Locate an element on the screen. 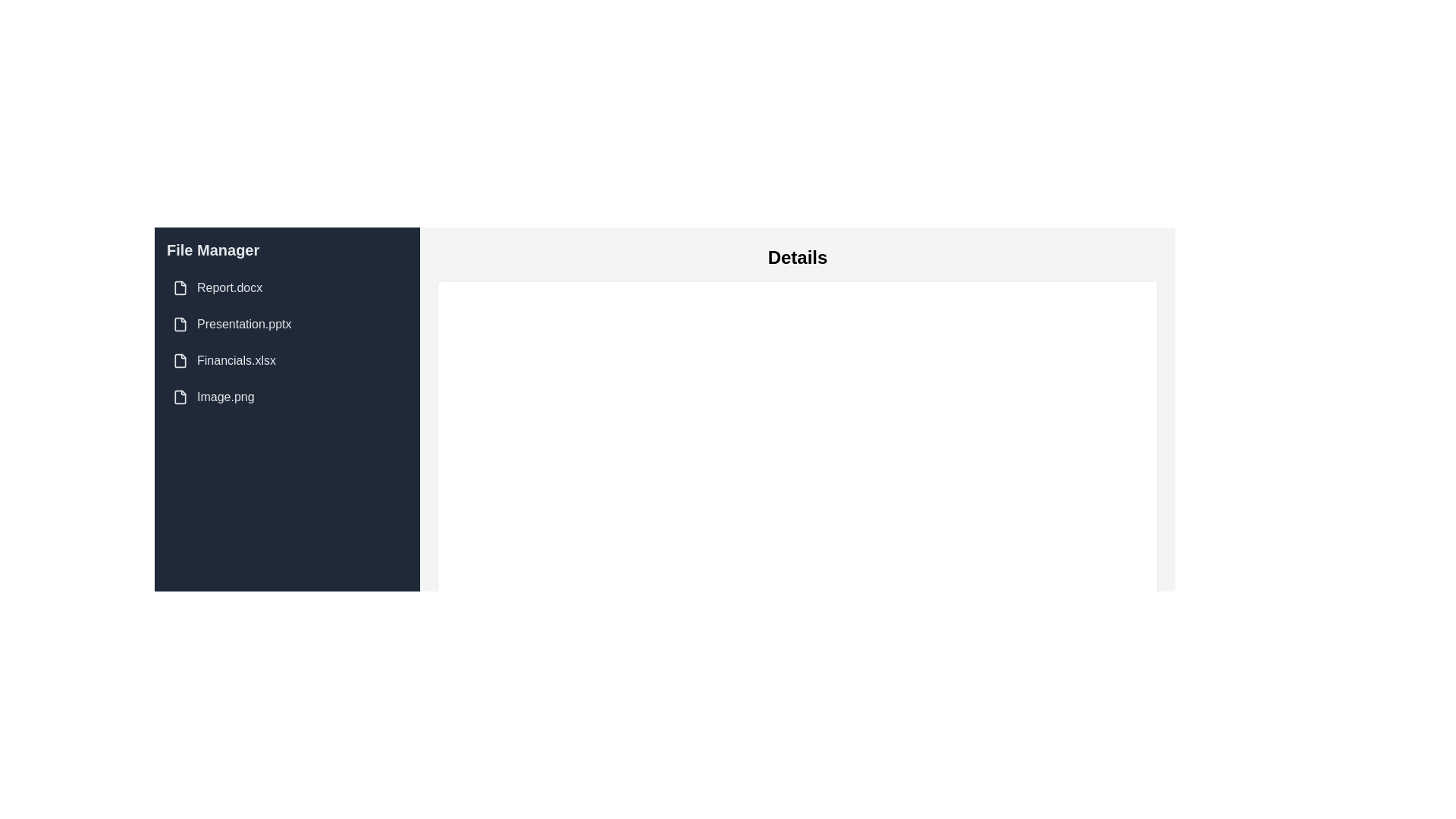 Image resolution: width=1456 pixels, height=819 pixels. the List item displaying the file name 'Financials.xlsx' to trigger the hover effect is located at coordinates (287, 360).